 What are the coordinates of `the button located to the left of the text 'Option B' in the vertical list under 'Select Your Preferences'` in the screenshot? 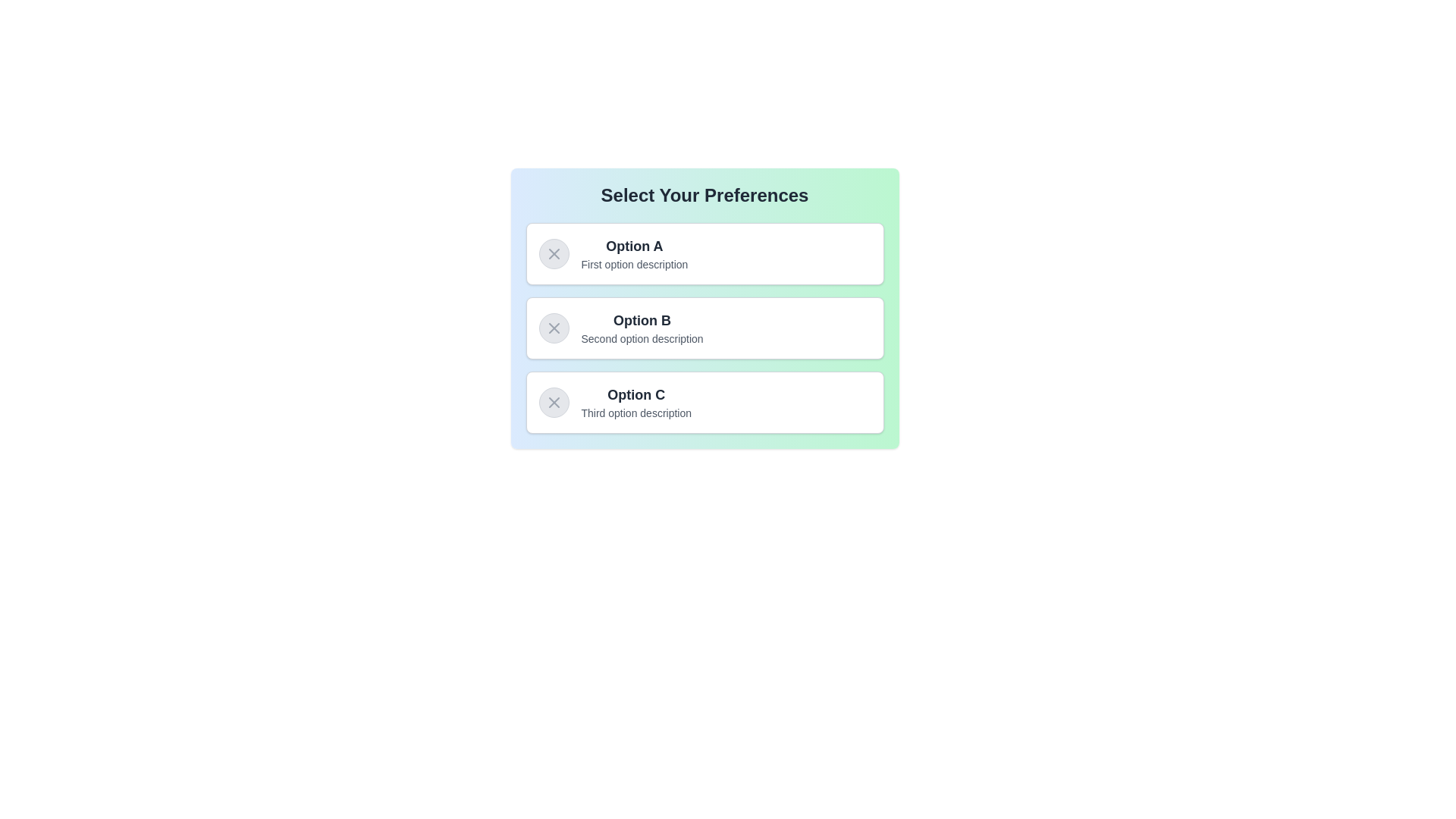 It's located at (553, 327).